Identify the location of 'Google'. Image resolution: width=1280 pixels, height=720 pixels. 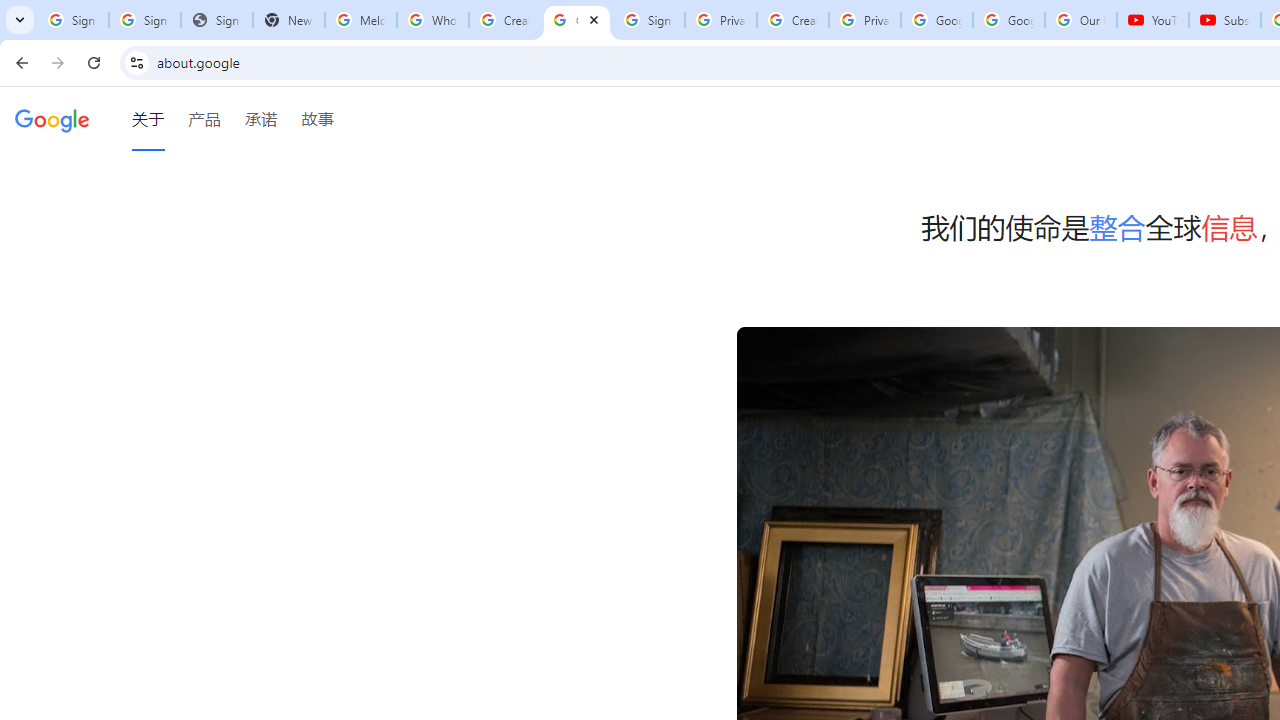
(52, 119).